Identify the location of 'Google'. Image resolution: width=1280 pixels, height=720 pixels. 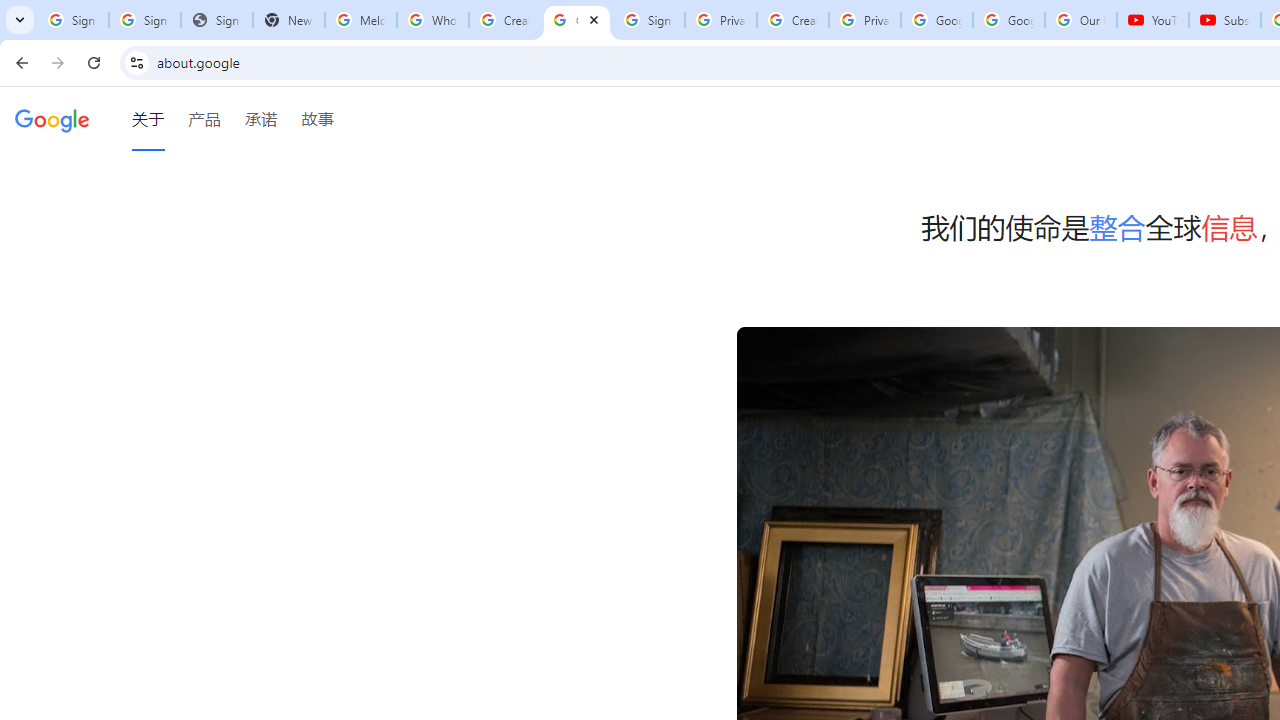
(52, 119).